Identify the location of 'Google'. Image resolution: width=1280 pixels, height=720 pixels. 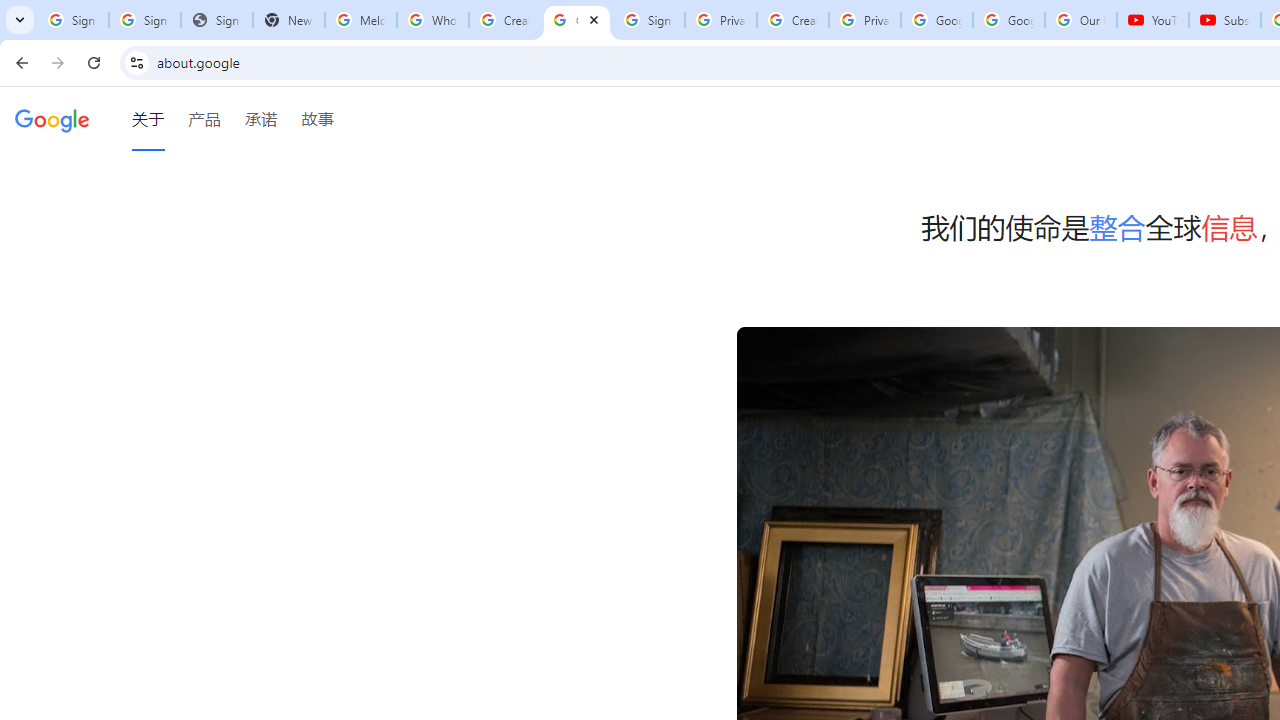
(52, 119).